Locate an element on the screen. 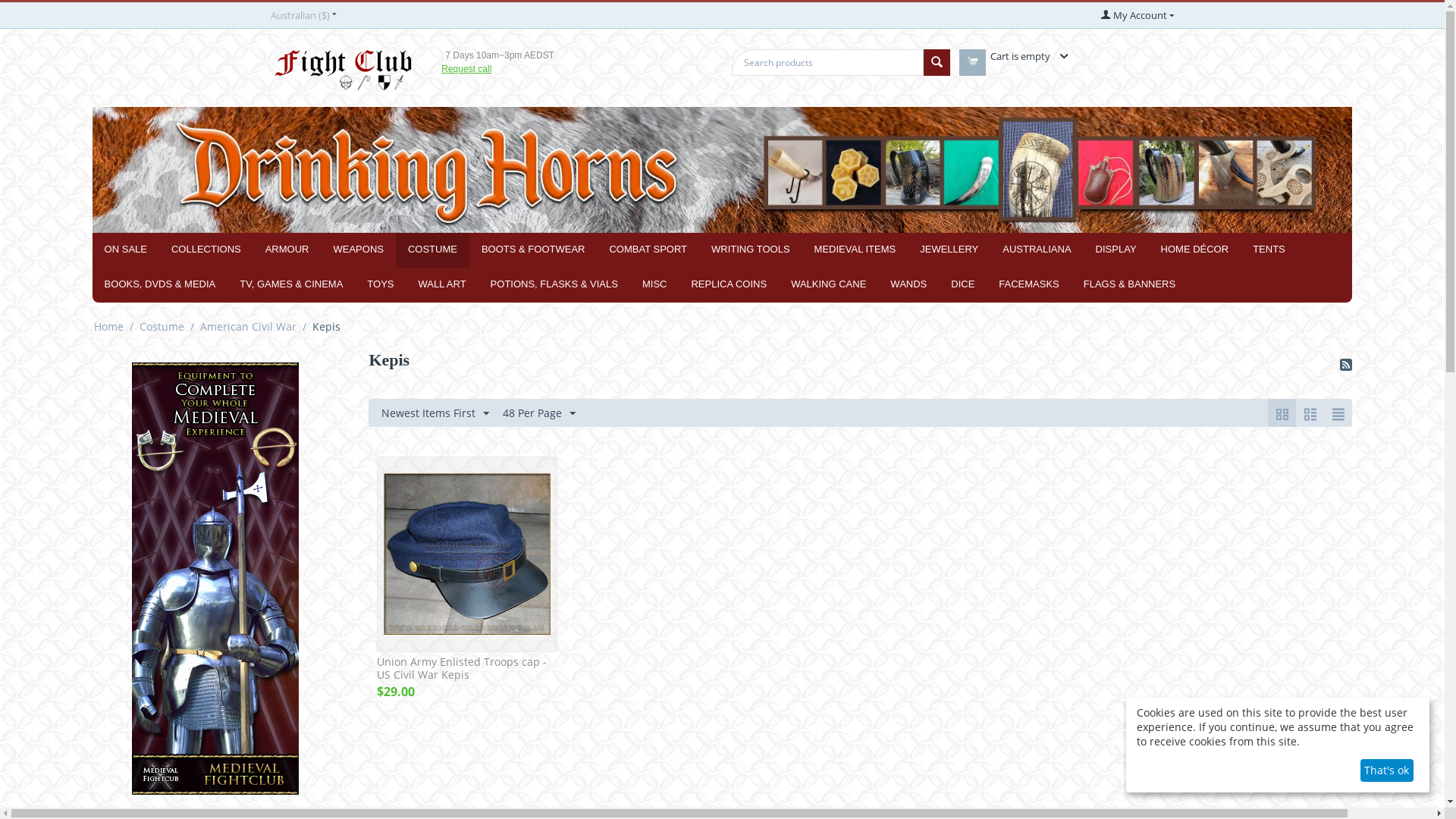 The image size is (1456, 819). 'COLLECTIONS' is located at coordinates (206, 249).